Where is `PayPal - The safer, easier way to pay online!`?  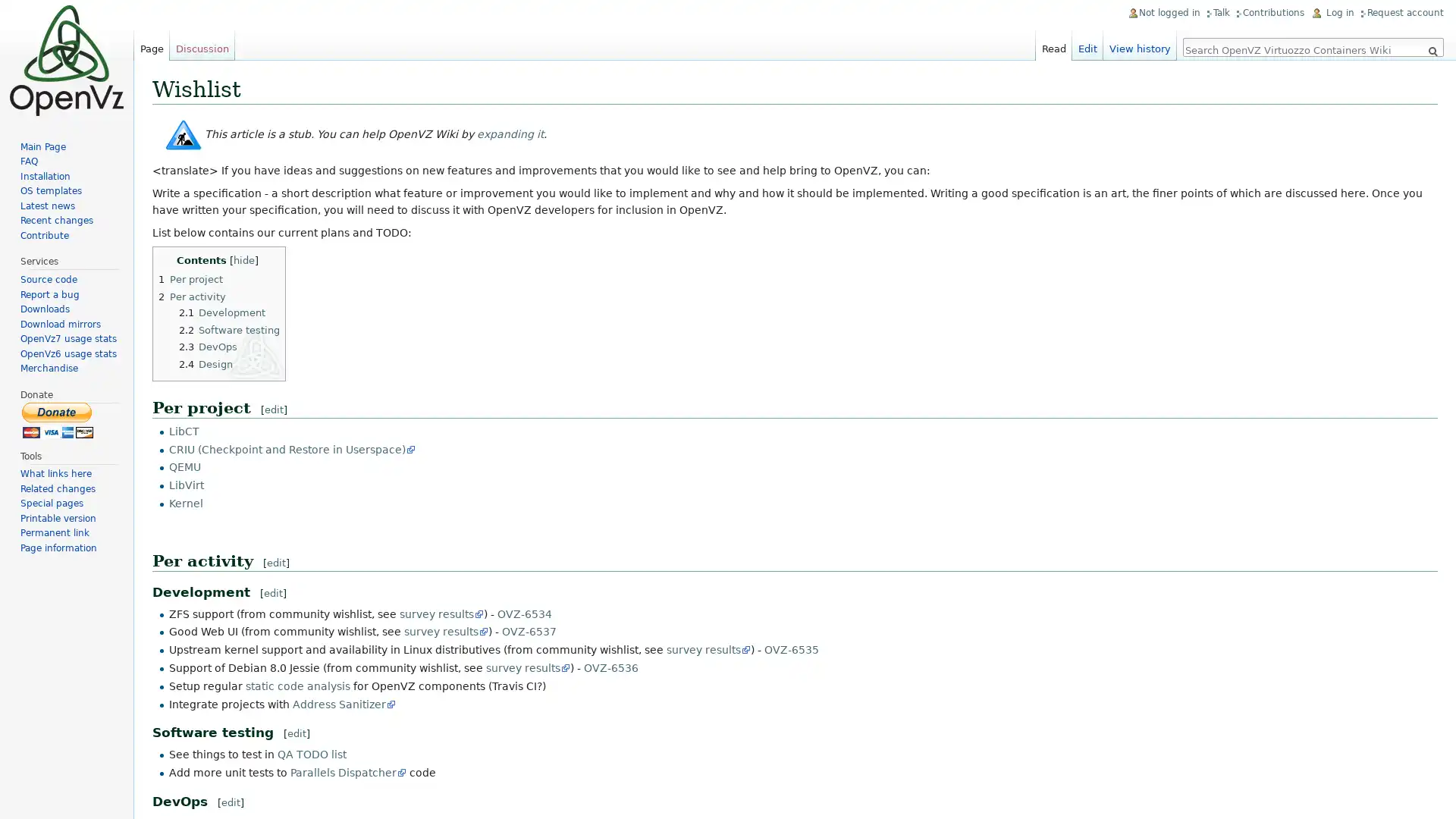
PayPal - The safer, easier way to pay online! is located at coordinates (58, 419).